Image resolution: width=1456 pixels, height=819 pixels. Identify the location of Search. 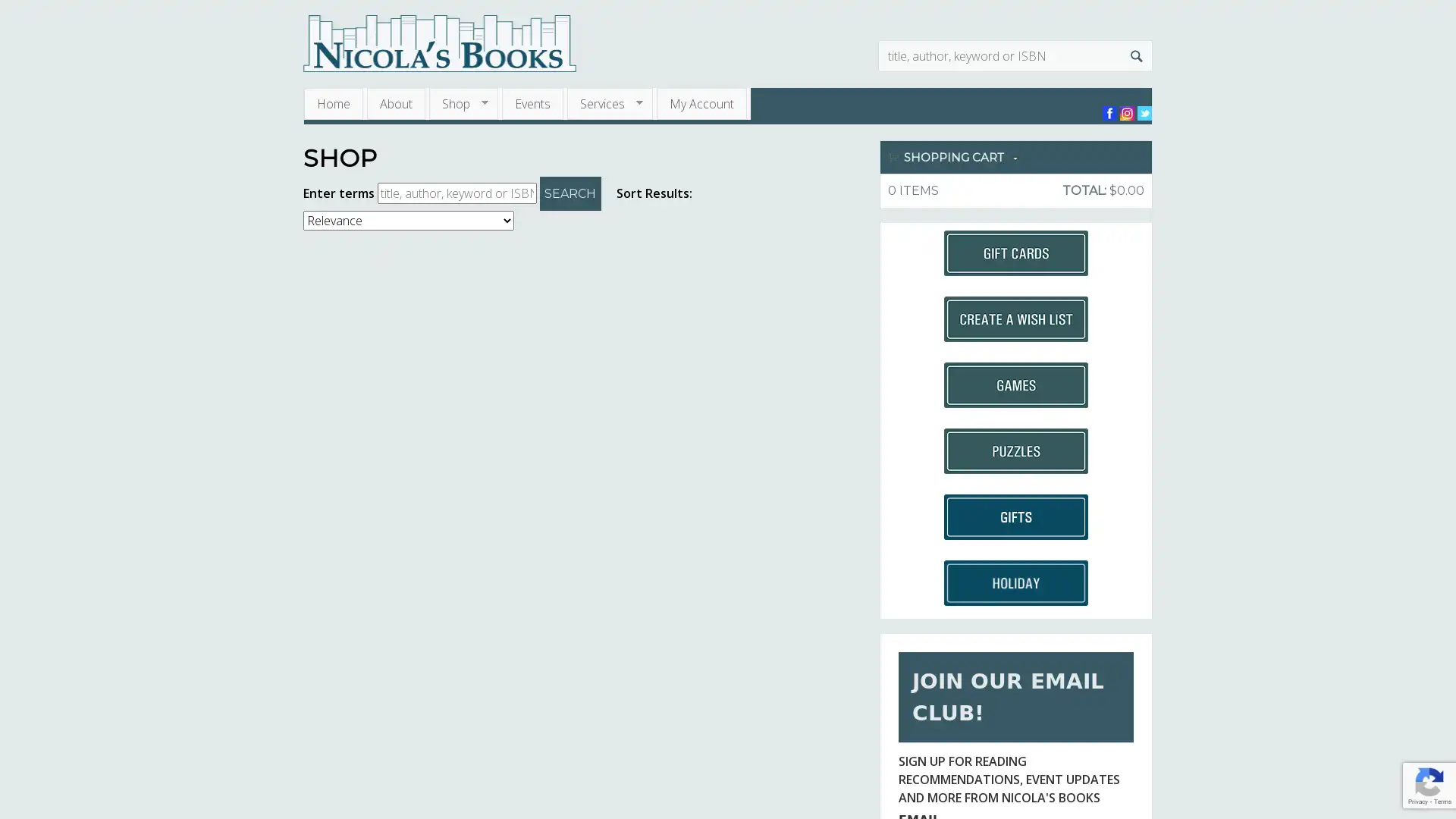
(570, 193).